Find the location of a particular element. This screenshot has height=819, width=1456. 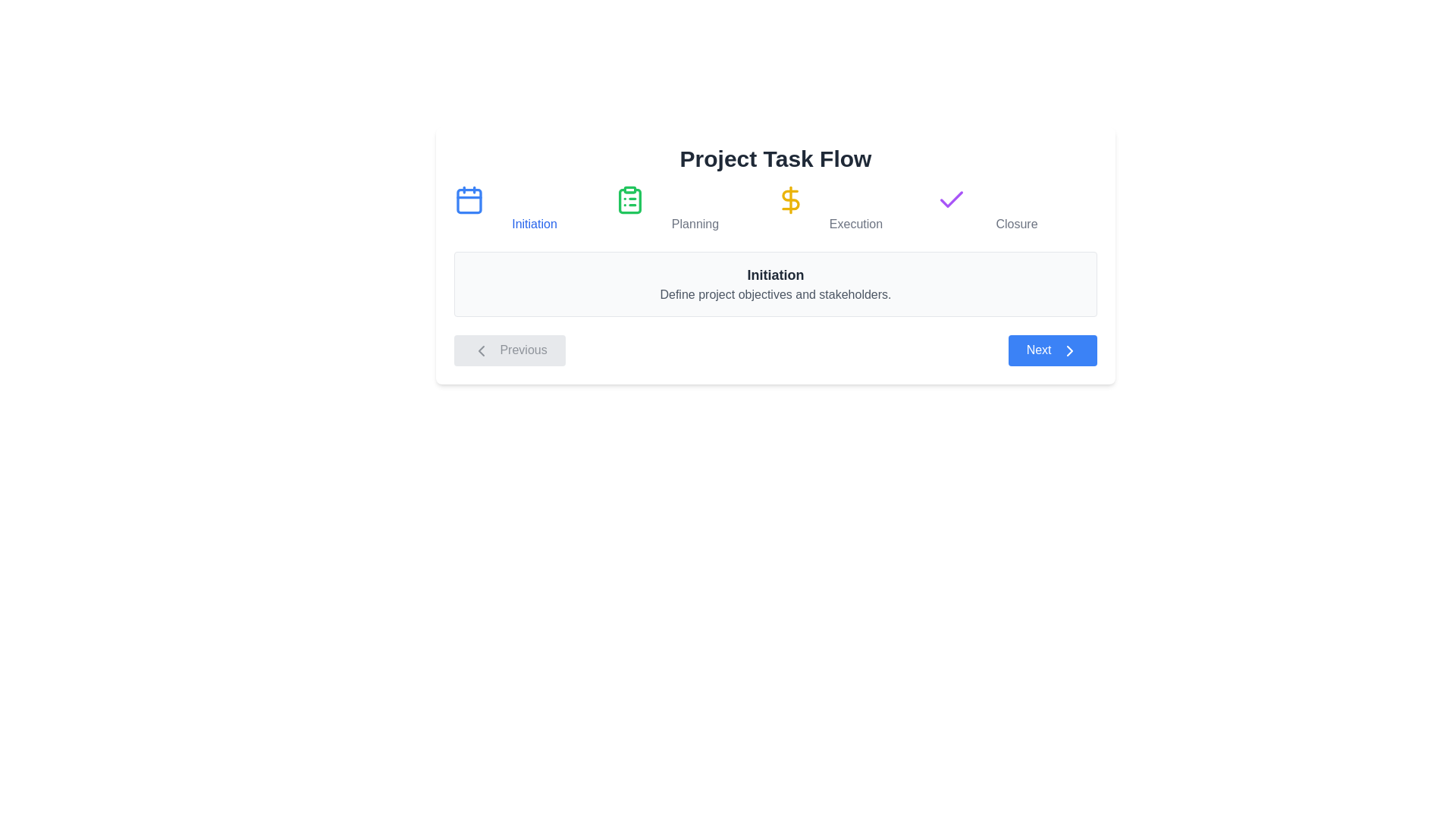

the bold header text 'Project Task Flow' which is centrally aligned at the top of the card interface is located at coordinates (775, 158).